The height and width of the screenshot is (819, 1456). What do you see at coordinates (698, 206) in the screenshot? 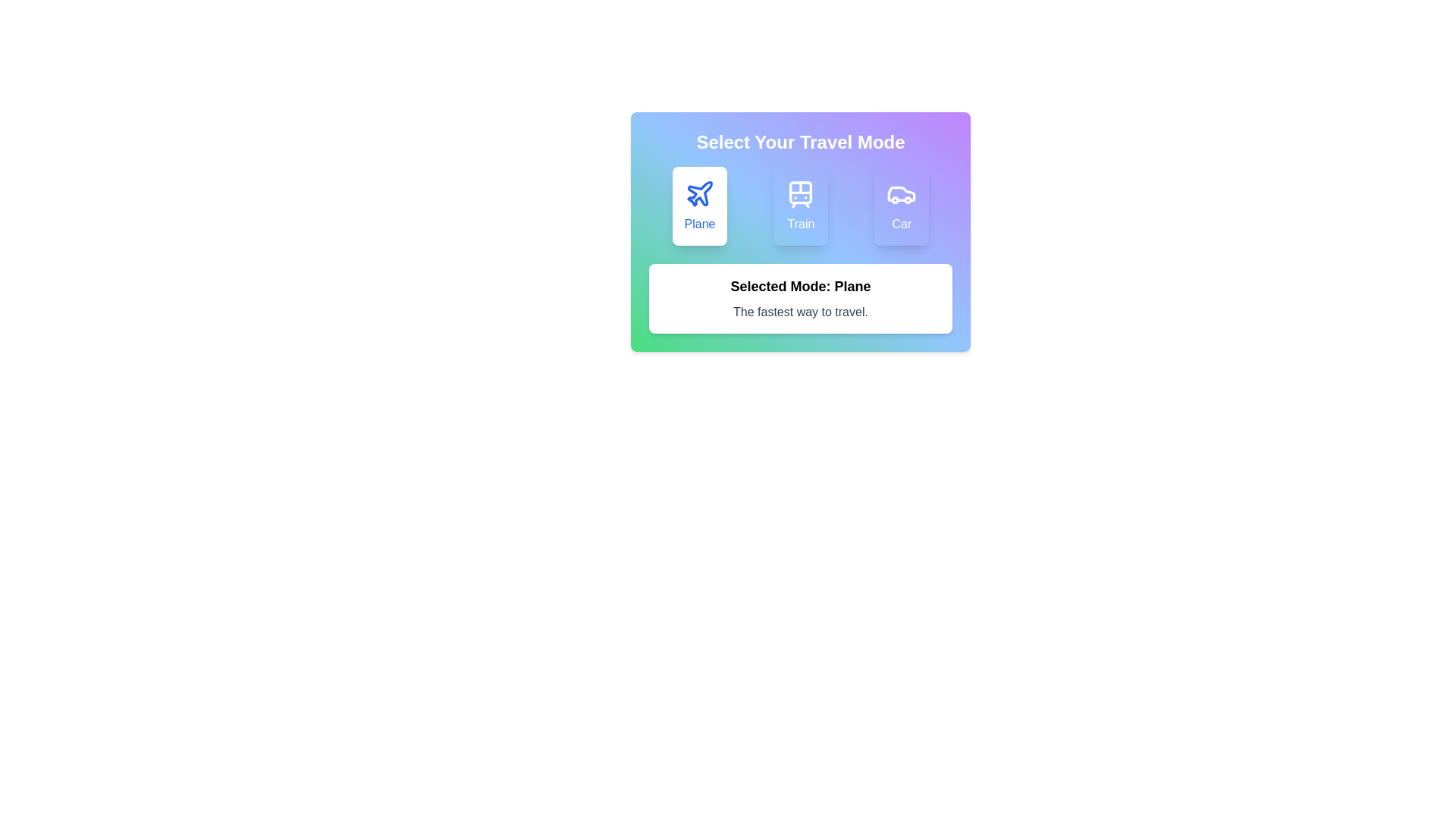
I see `the mode button corresponding to Plane` at bounding box center [698, 206].